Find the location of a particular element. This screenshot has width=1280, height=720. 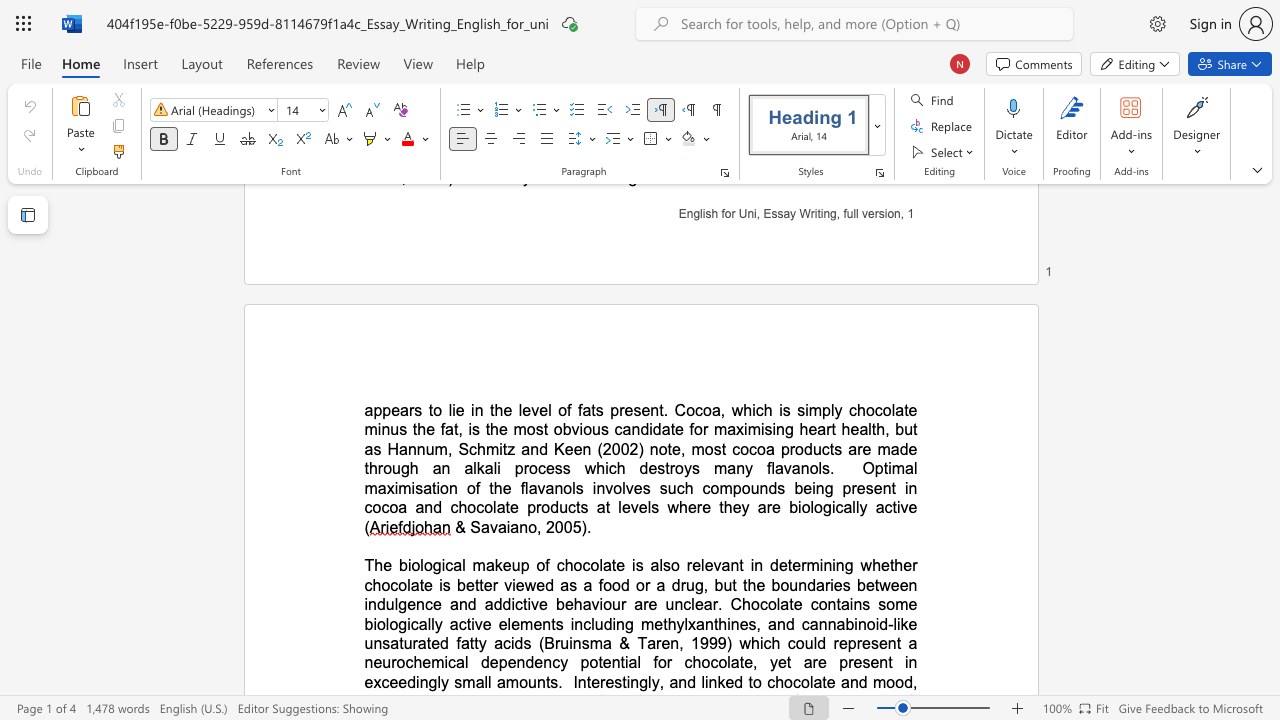

the subset text "unds being present in cocoa and chocolate produc" within the text "Optimal maximisation of the flavanols involves such compounds being present in cocoa and chocolate products at levels where they are biologically" is located at coordinates (749, 488).